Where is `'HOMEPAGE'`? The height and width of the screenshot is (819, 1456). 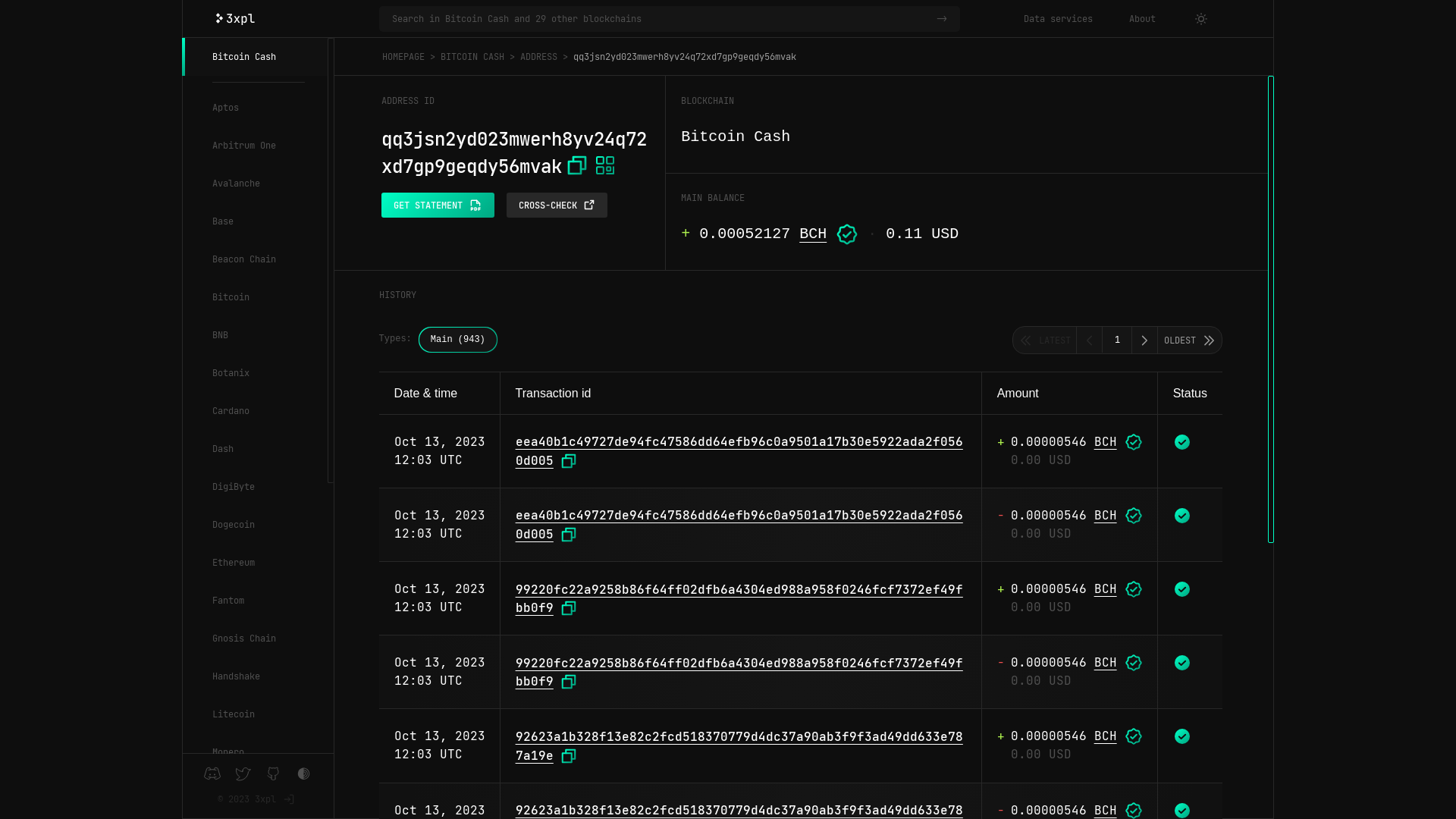 'HOMEPAGE' is located at coordinates (403, 55).